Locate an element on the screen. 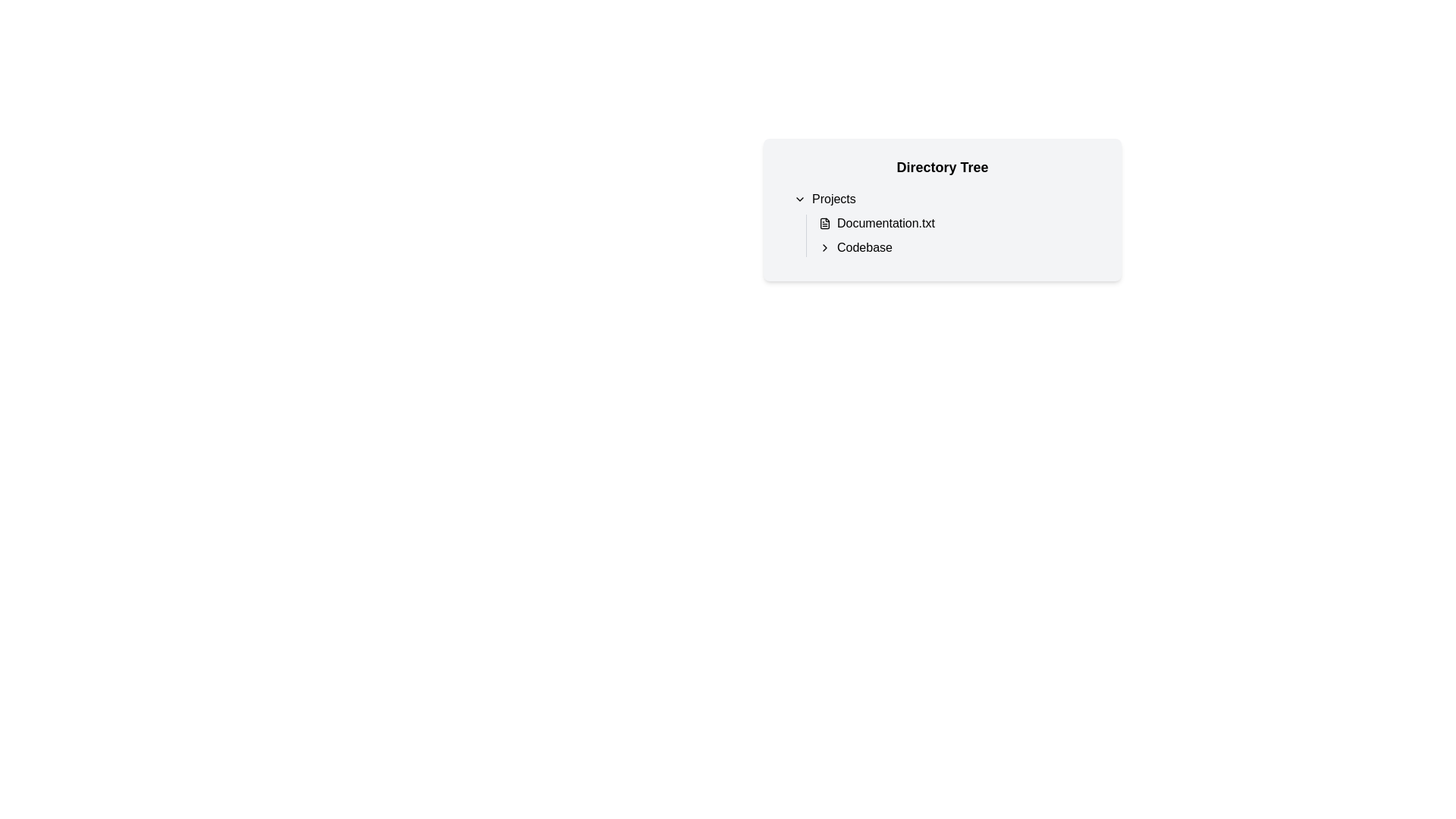 The width and height of the screenshot is (1456, 819). the list item representing the file 'Documentation.txt' in the directory tree is located at coordinates (954, 236).